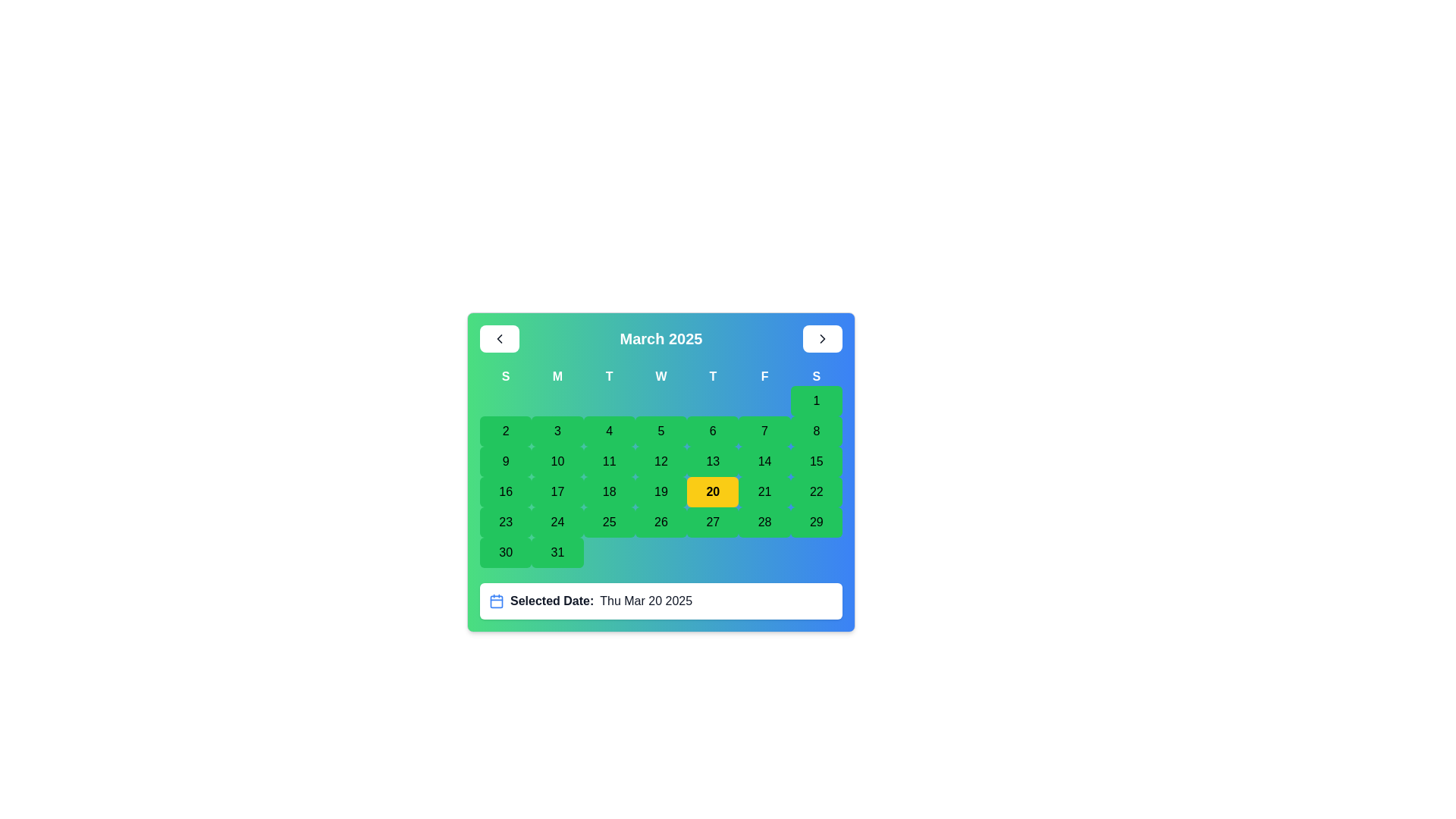 This screenshot has height=819, width=1456. I want to click on the right-facing chevron icon within the button located at the top-right corner of the calendar interface, so click(821, 338).